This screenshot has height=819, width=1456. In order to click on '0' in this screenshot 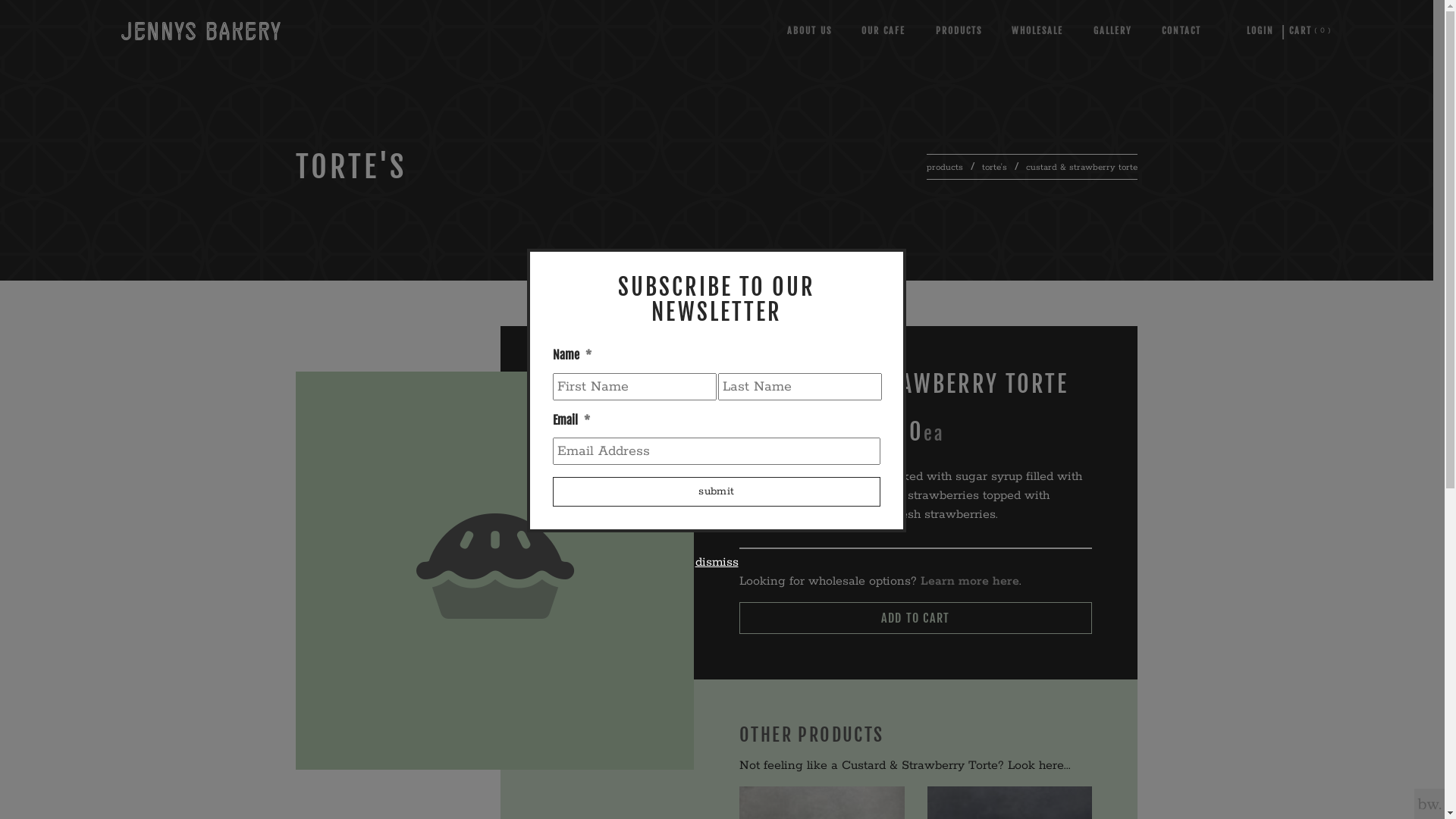, I will do `click(1299, 30)`.